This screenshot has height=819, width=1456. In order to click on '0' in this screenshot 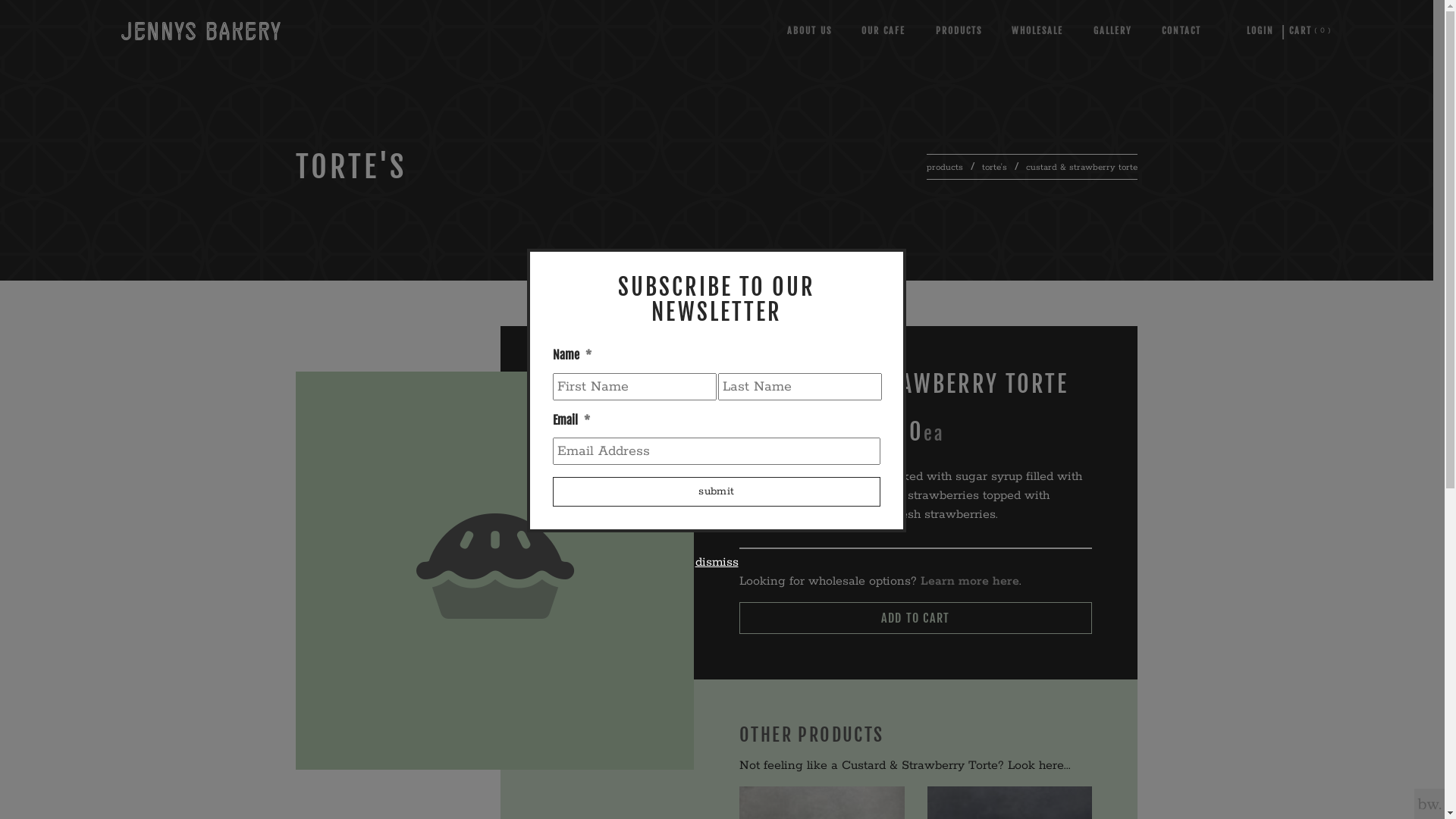, I will do `click(1299, 30)`.